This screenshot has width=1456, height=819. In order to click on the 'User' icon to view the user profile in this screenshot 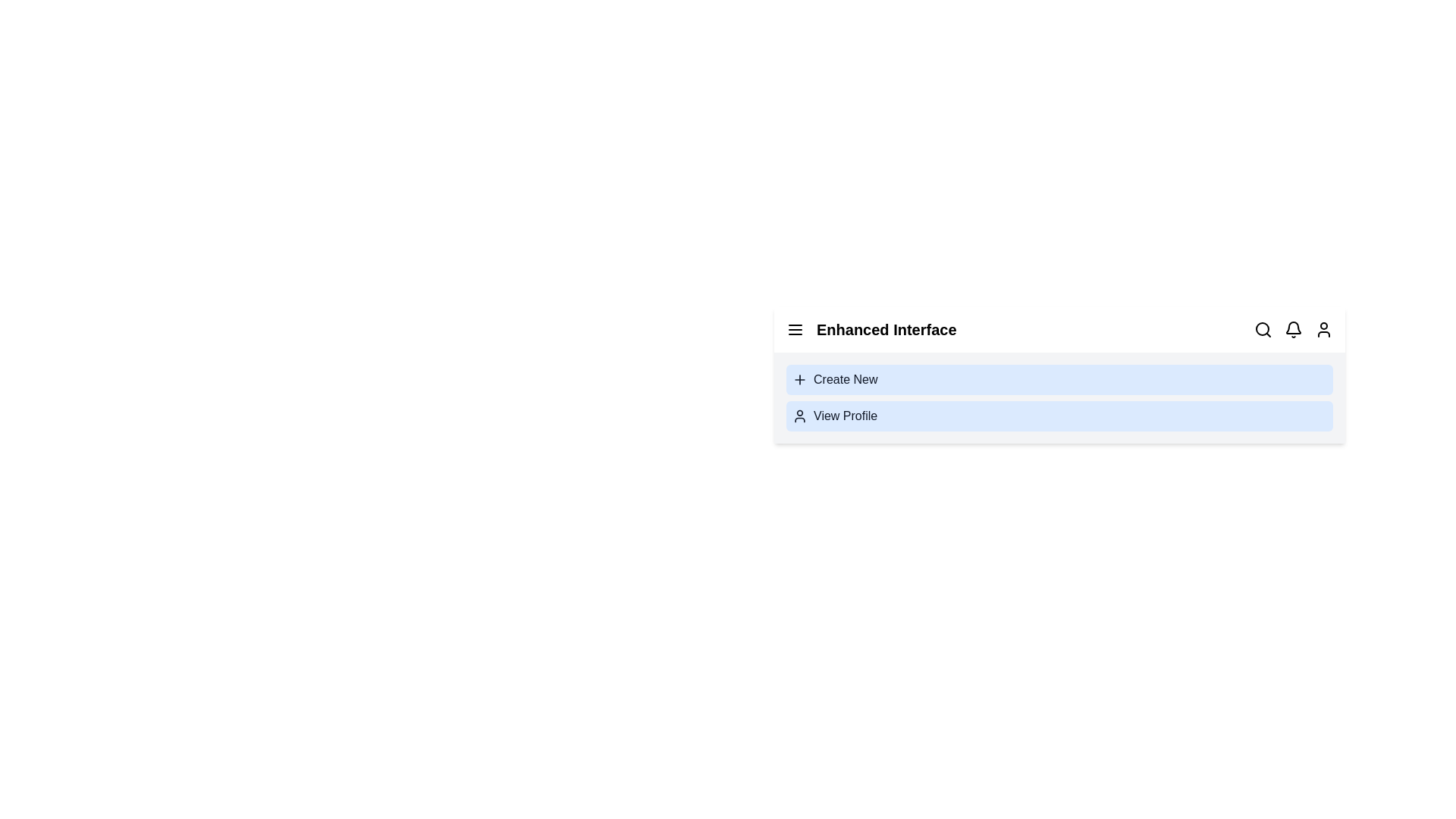, I will do `click(1323, 329)`.